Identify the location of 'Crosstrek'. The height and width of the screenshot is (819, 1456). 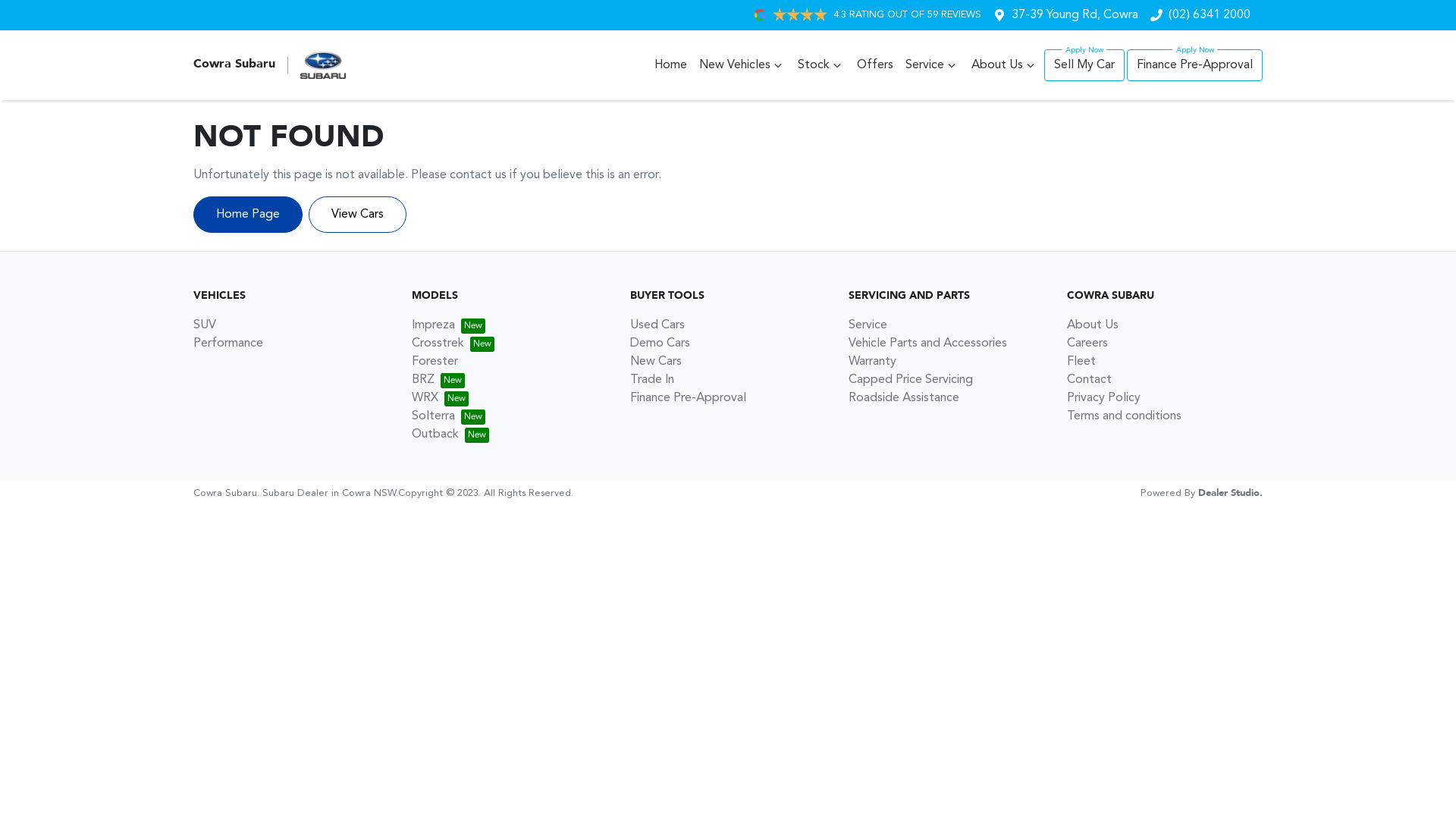
(452, 343).